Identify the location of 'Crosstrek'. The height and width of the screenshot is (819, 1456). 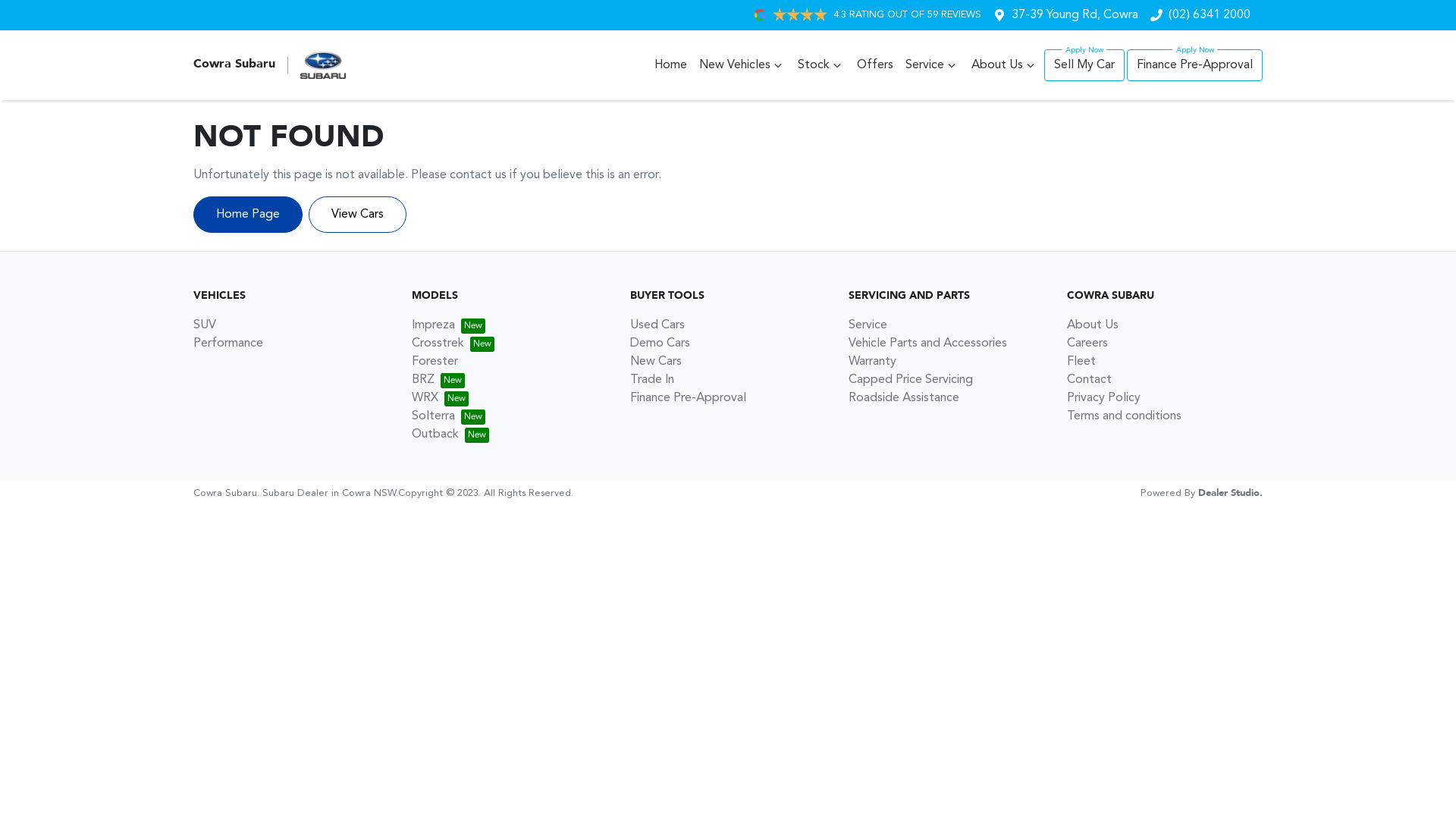
(452, 343).